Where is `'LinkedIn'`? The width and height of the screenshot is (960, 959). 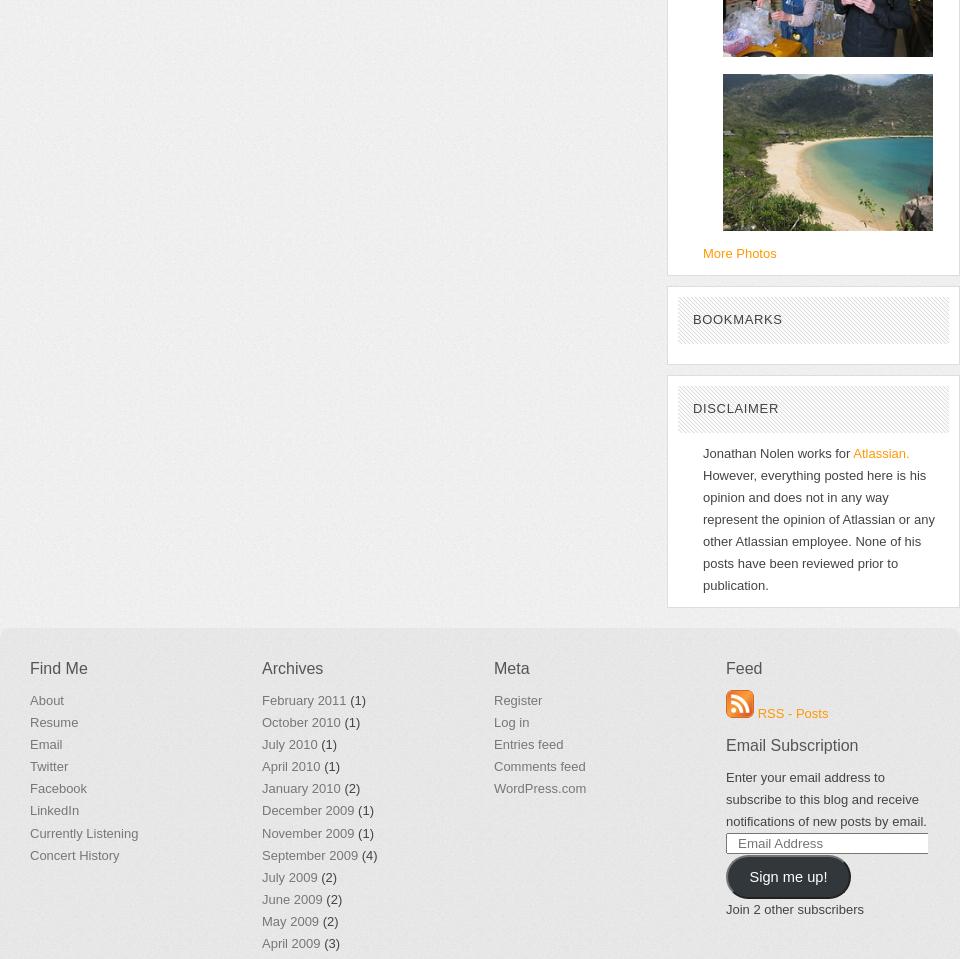
'LinkedIn' is located at coordinates (53, 810).